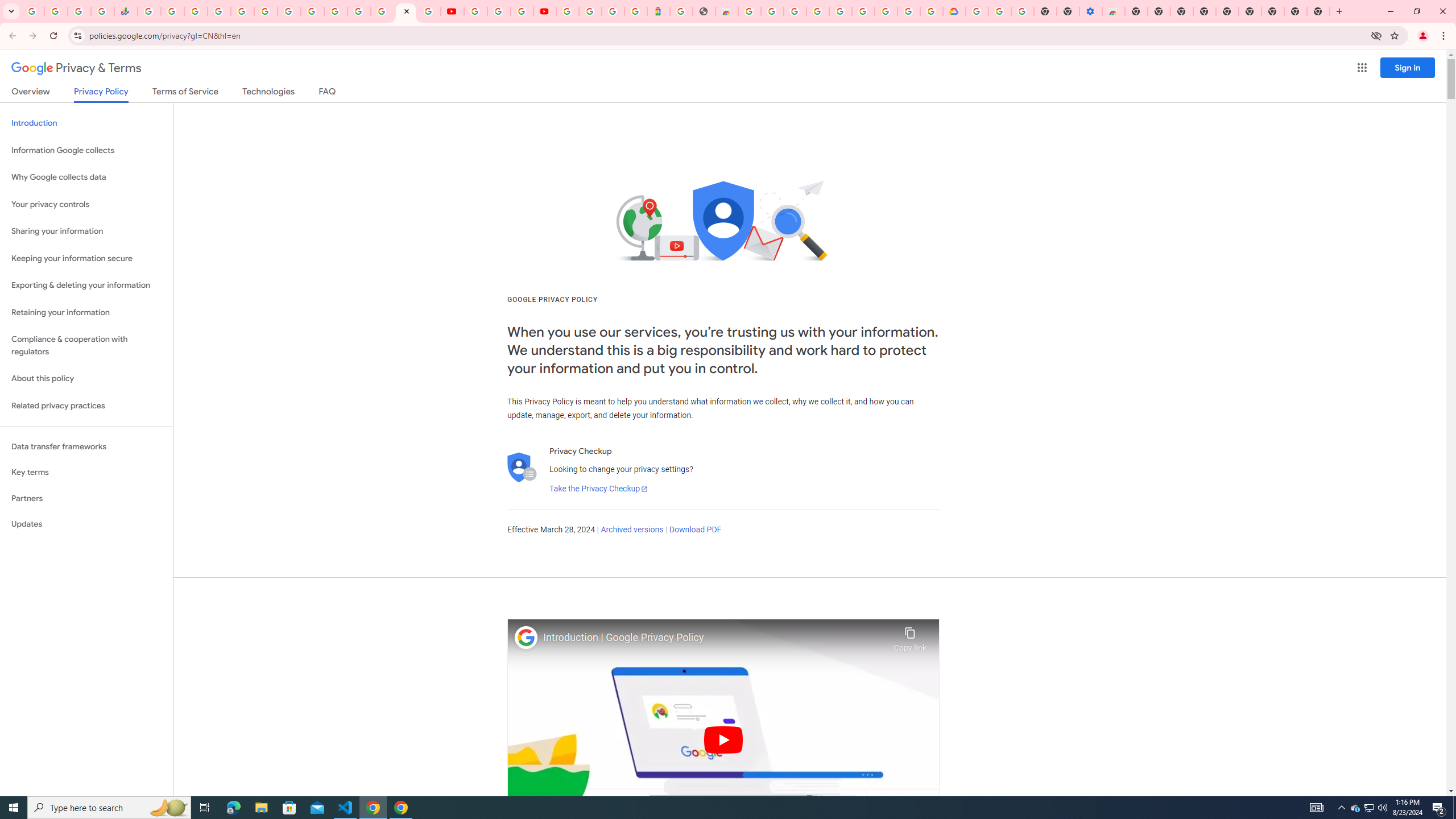 This screenshot has height=819, width=1456. I want to click on 'Sign in - Google Accounts', so click(218, 11).